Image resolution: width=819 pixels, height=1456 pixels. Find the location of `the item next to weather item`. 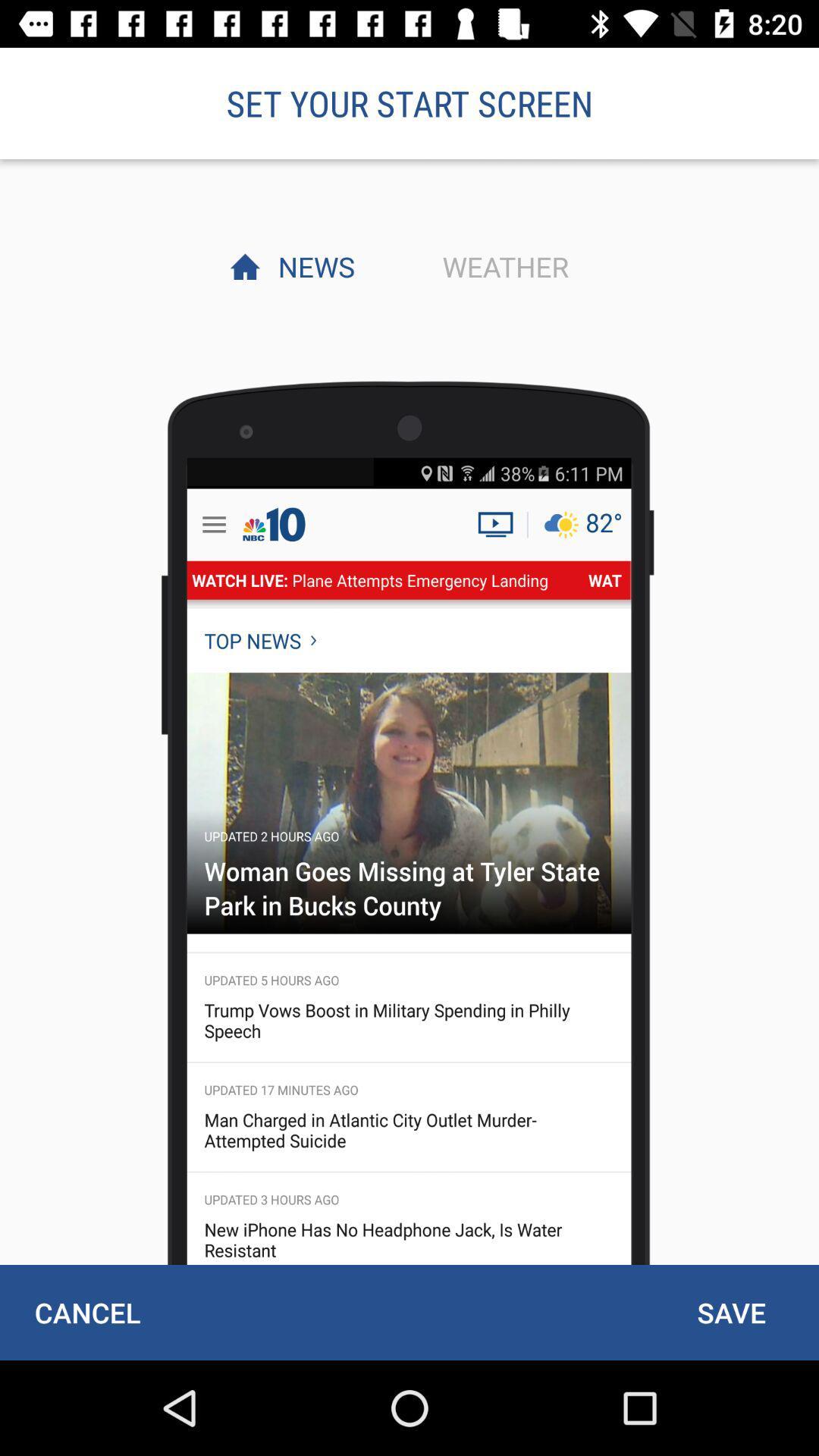

the item next to weather item is located at coordinates (312, 266).